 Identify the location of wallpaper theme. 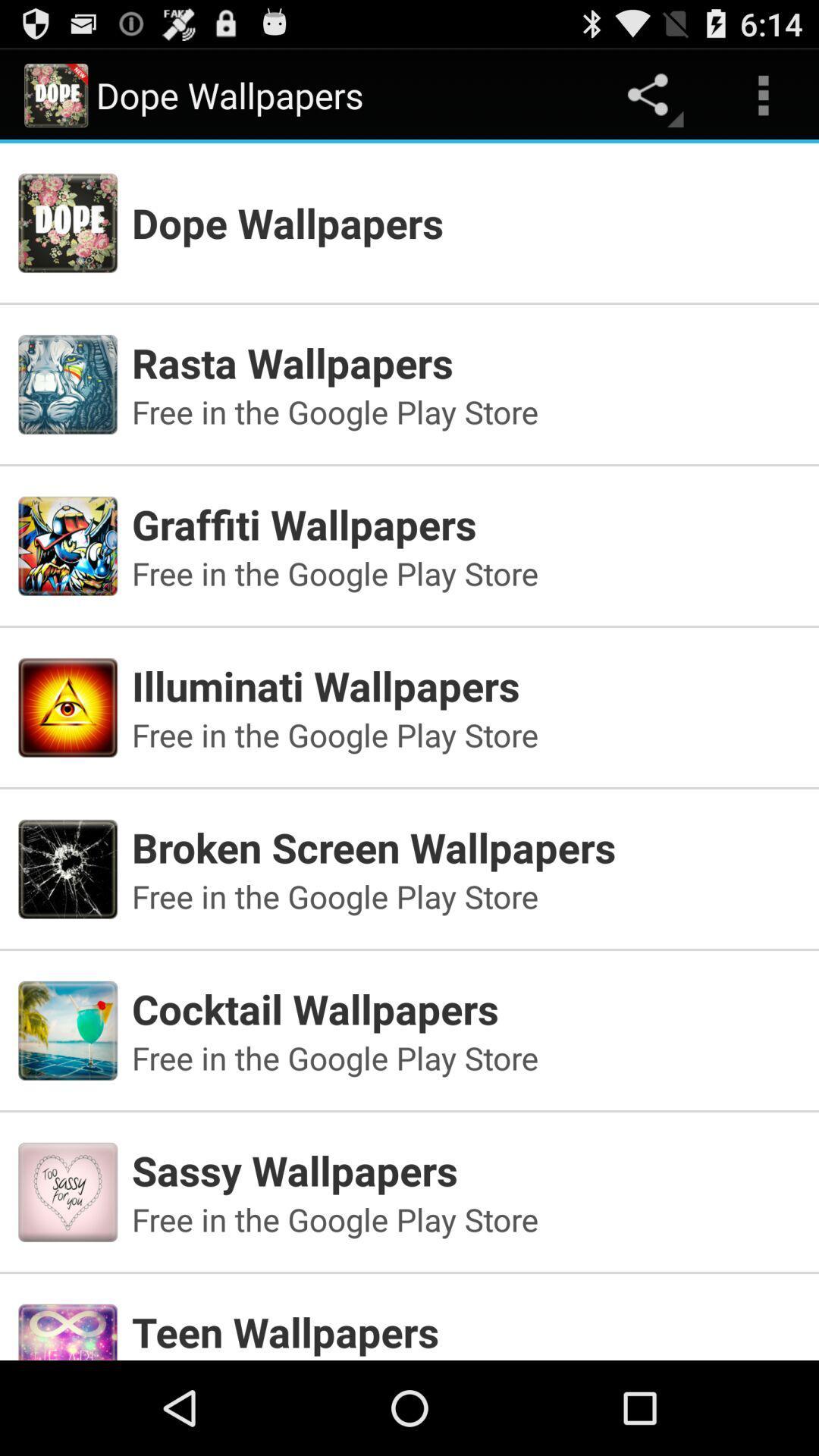
(409, 1310).